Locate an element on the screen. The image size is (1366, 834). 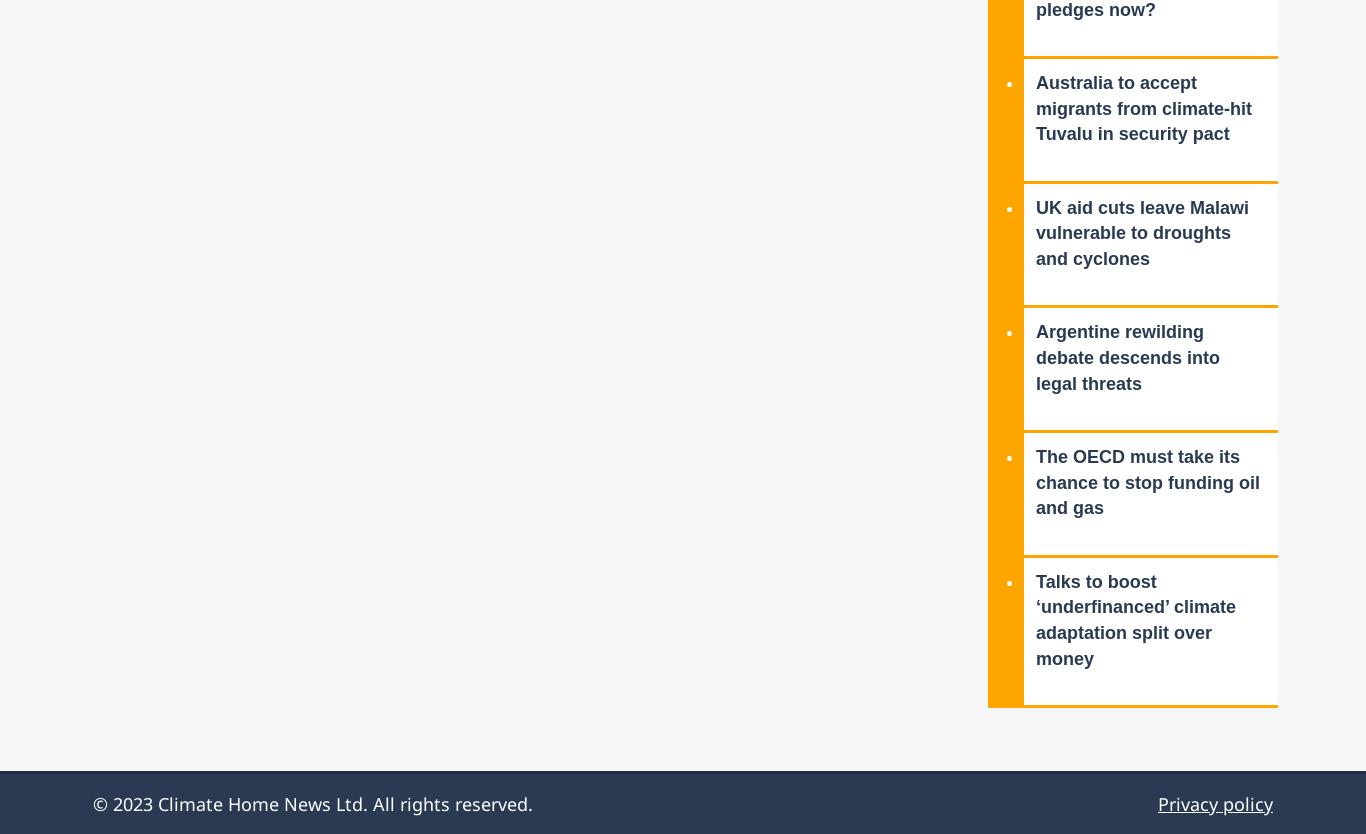
'The OECD must take its chance to stop funding oil and gas' is located at coordinates (1147, 481).